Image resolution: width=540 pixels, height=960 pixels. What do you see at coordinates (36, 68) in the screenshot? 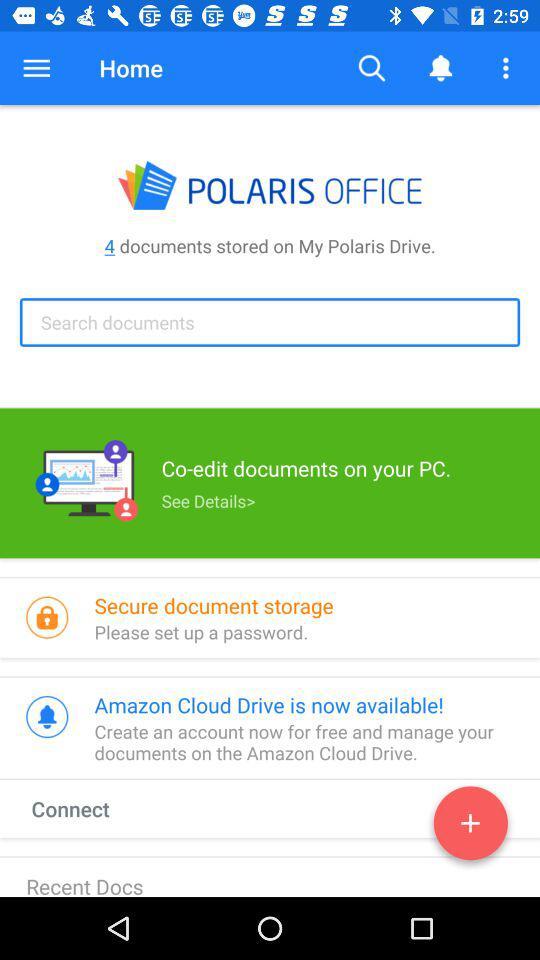
I see `icon to the left of the home button` at bounding box center [36, 68].